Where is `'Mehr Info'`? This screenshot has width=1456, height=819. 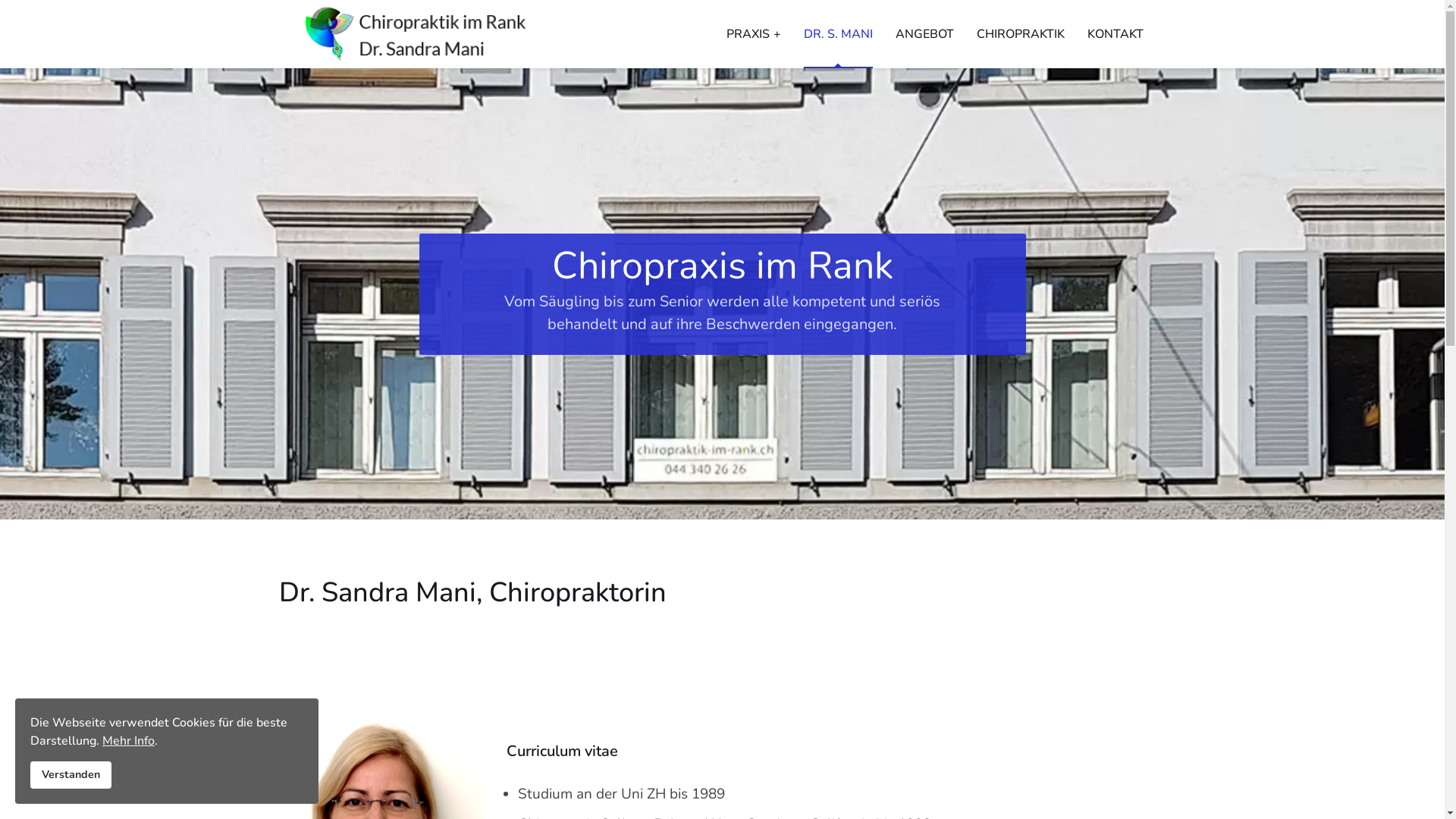
'Mehr Info' is located at coordinates (128, 739).